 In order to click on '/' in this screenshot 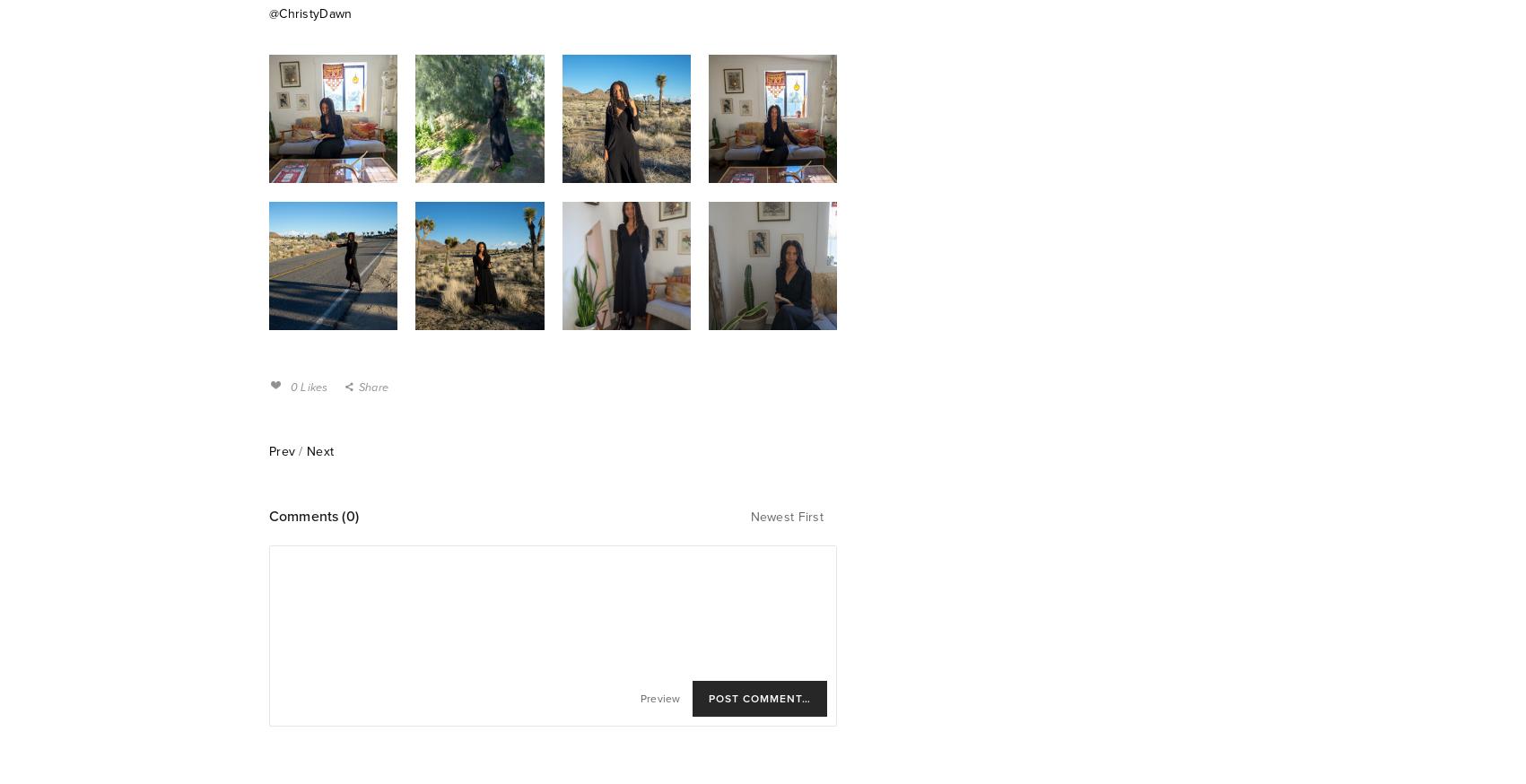, I will do `click(300, 450)`.